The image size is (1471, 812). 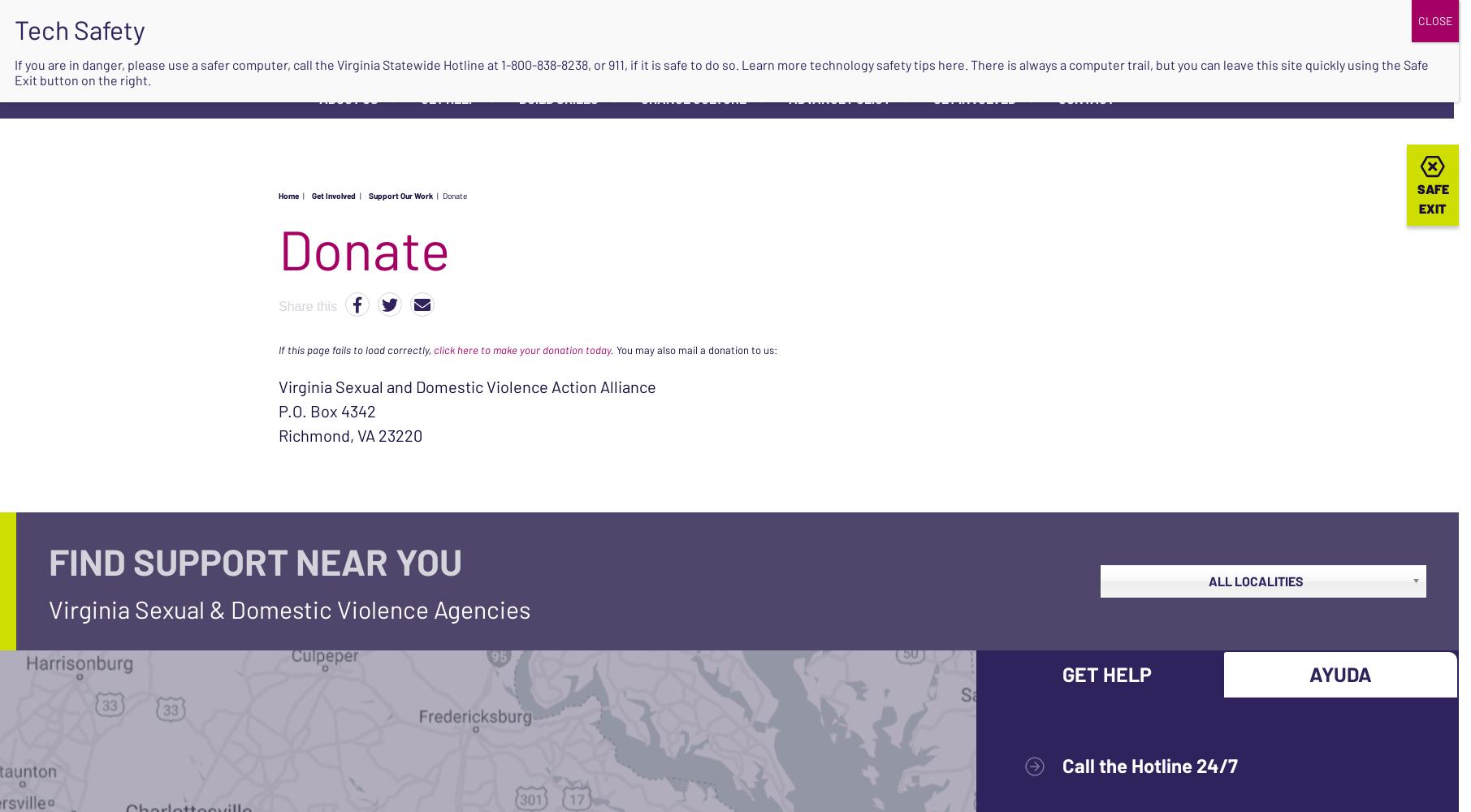 I want to click on 'If this page fails to load correctly,', so click(x=356, y=349).